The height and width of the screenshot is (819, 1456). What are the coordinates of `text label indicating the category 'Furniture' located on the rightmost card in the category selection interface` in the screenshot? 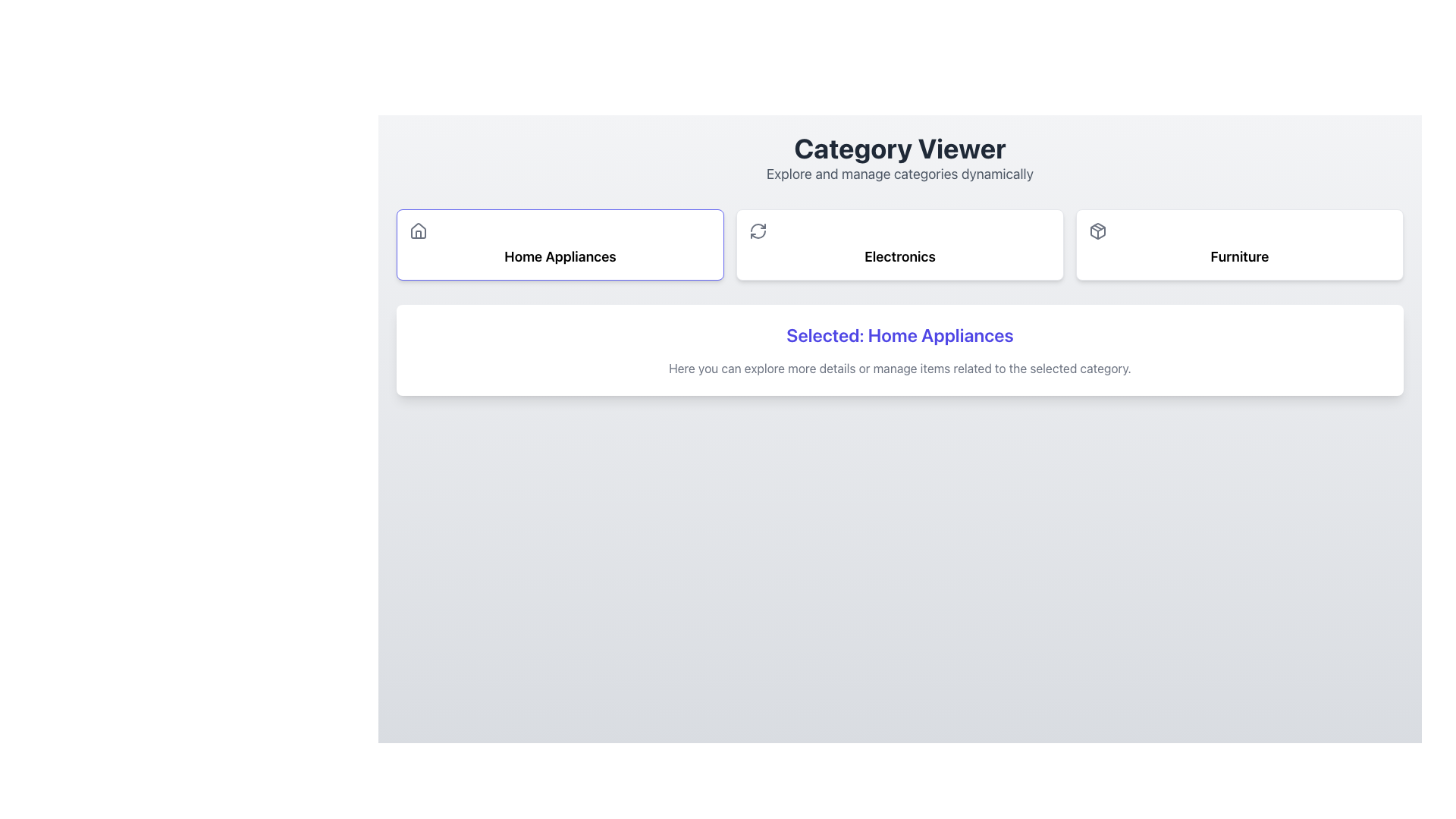 It's located at (1240, 256).